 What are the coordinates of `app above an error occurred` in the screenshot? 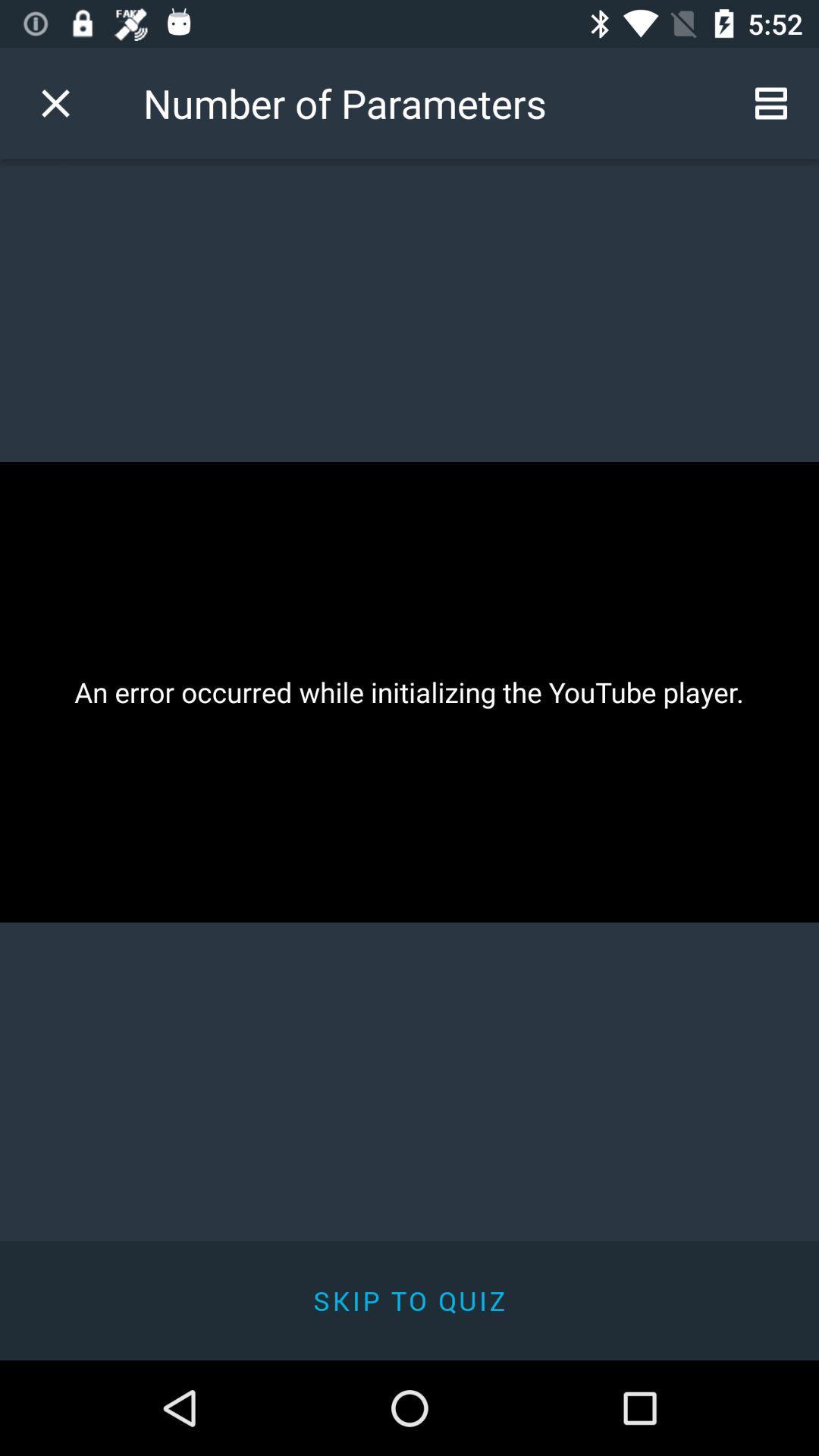 It's located at (55, 102).